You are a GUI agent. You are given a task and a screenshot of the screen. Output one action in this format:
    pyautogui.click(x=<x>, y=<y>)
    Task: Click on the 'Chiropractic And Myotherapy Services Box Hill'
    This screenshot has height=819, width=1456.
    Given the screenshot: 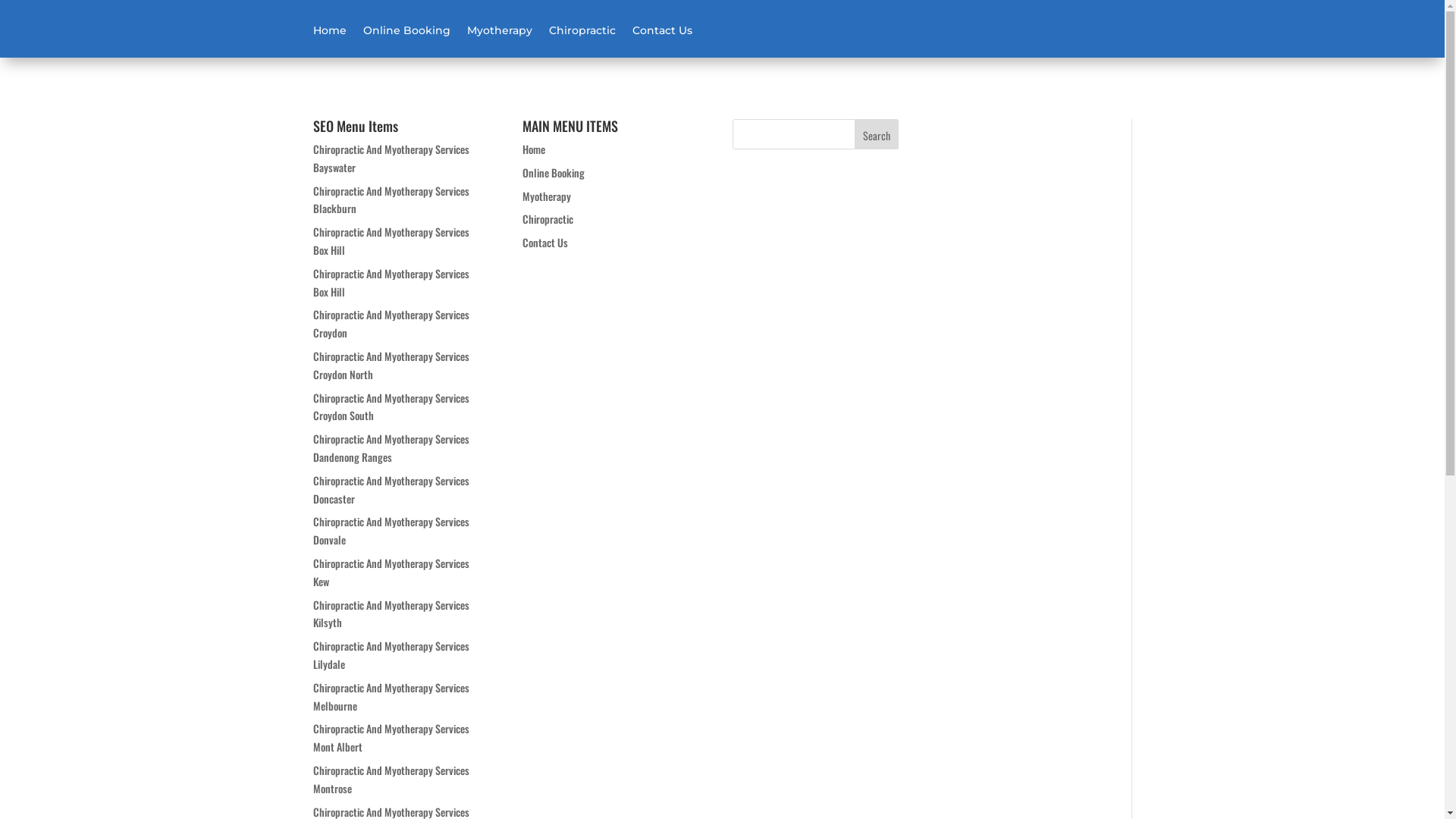 What is the action you would take?
    pyautogui.click(x=390, y=240)
    